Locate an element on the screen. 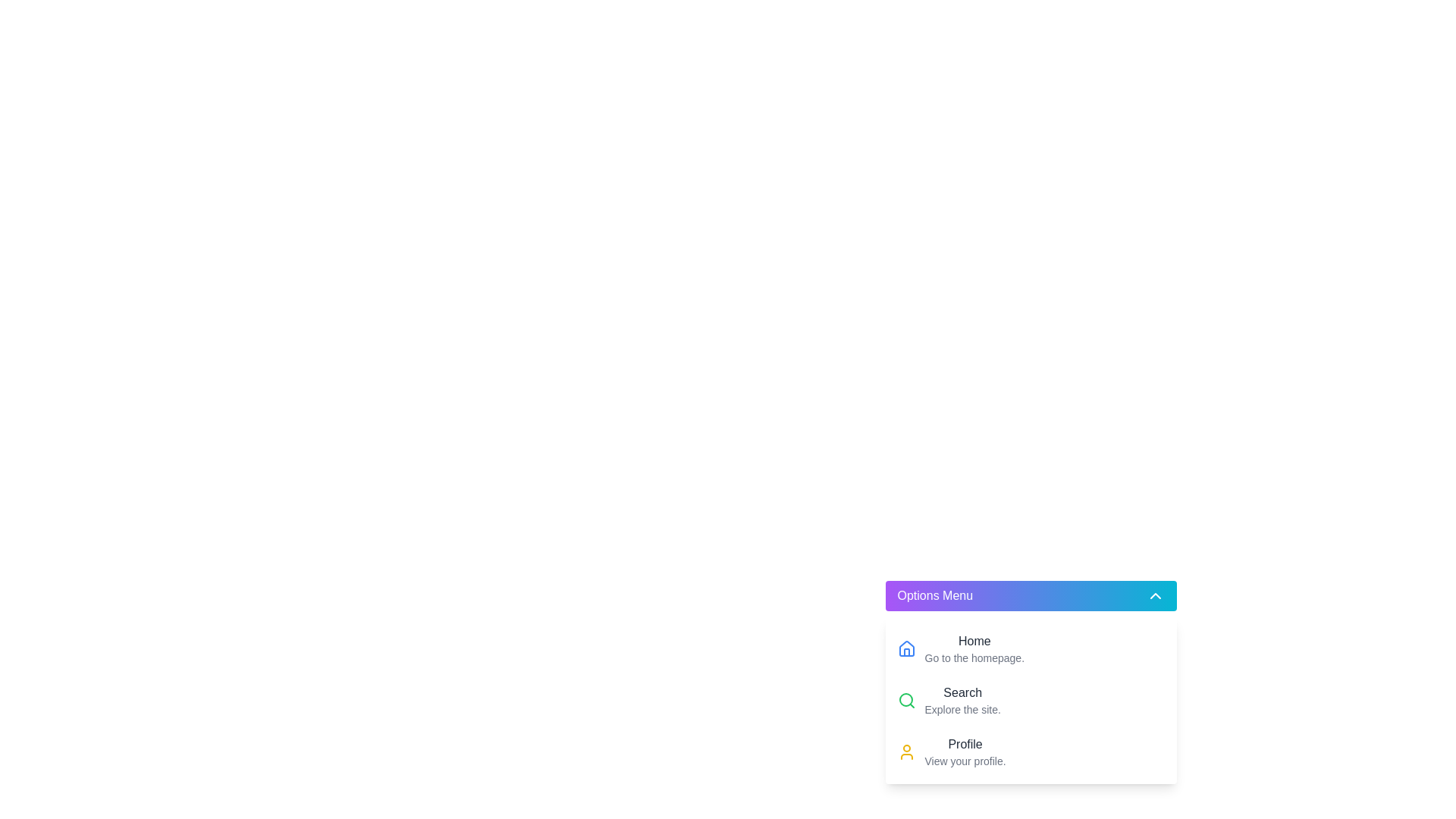 This screenshot has height=819, width=1456. the 'Profile' text label in the 'Options Menu' for accessibility navigation is located at coordinates (965, 744).